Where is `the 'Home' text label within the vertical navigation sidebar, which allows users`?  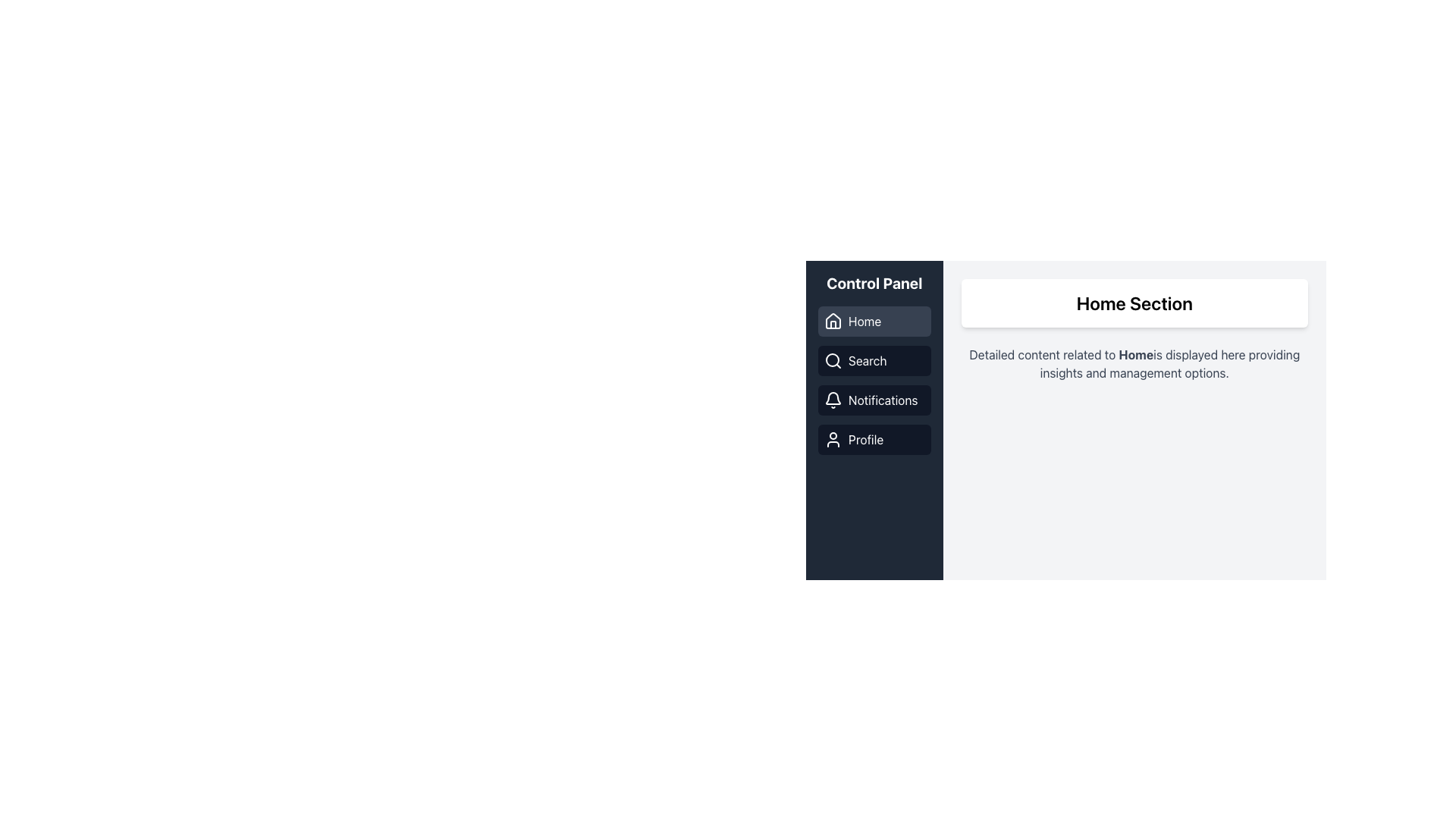 the 'Home' text label within the vertical navigation sidebar, which allows users is located at coordinates (864, 321).